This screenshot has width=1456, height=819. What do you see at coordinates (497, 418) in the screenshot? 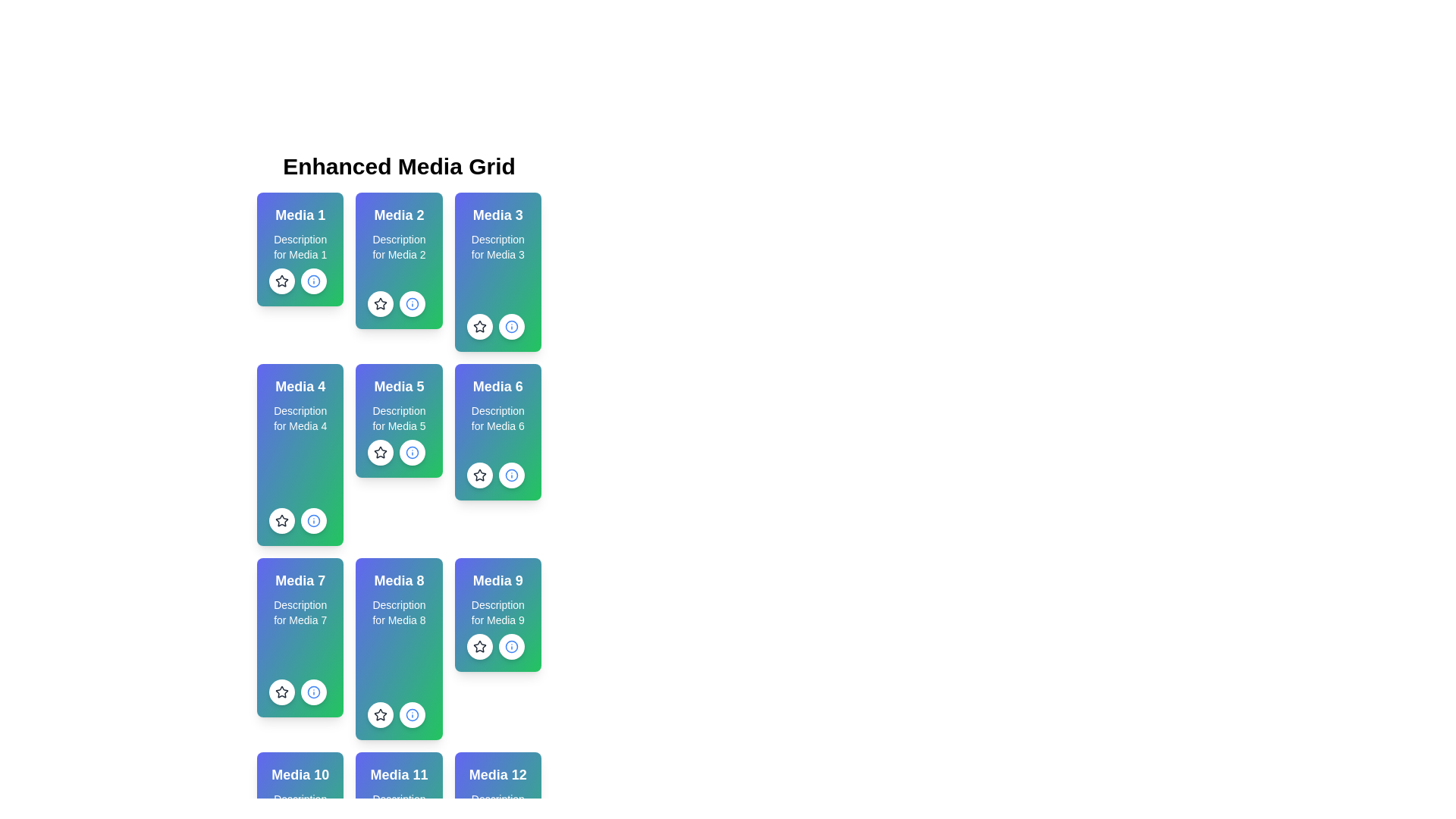
I see `the subtitle text label that provides contextual information about the card labeled 'Media 6', located in the center of the interface in the second column and second row of a grid layout` at bounding box center [497, 418].